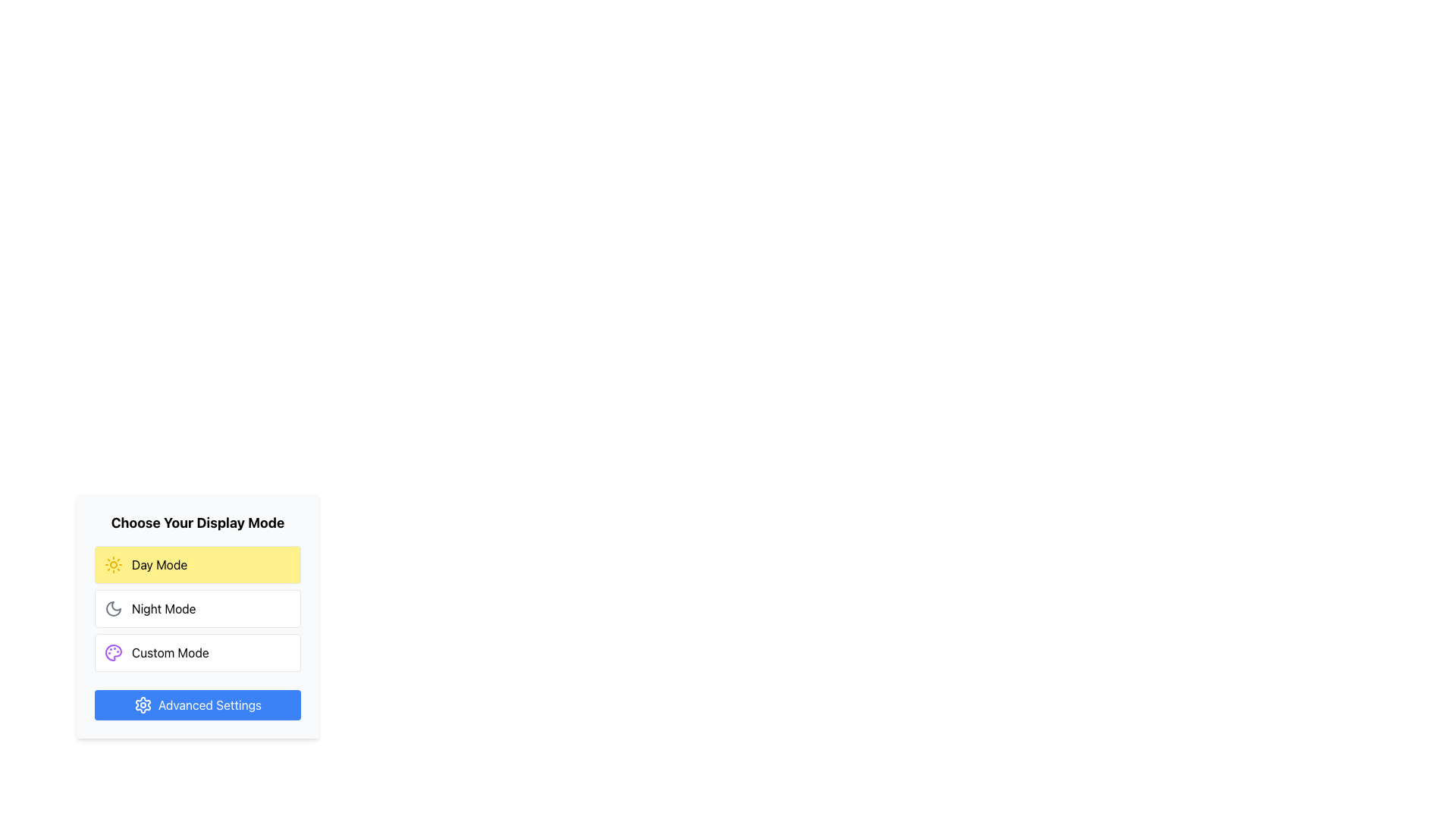 The height and width of the screenshot is (819, 1456). Describe the element at coordinates (143, 704) in the screenshot. I see `the settings icon located to the left of the 'Advanced Settings' button in the grouped settings selection panel` at that location.